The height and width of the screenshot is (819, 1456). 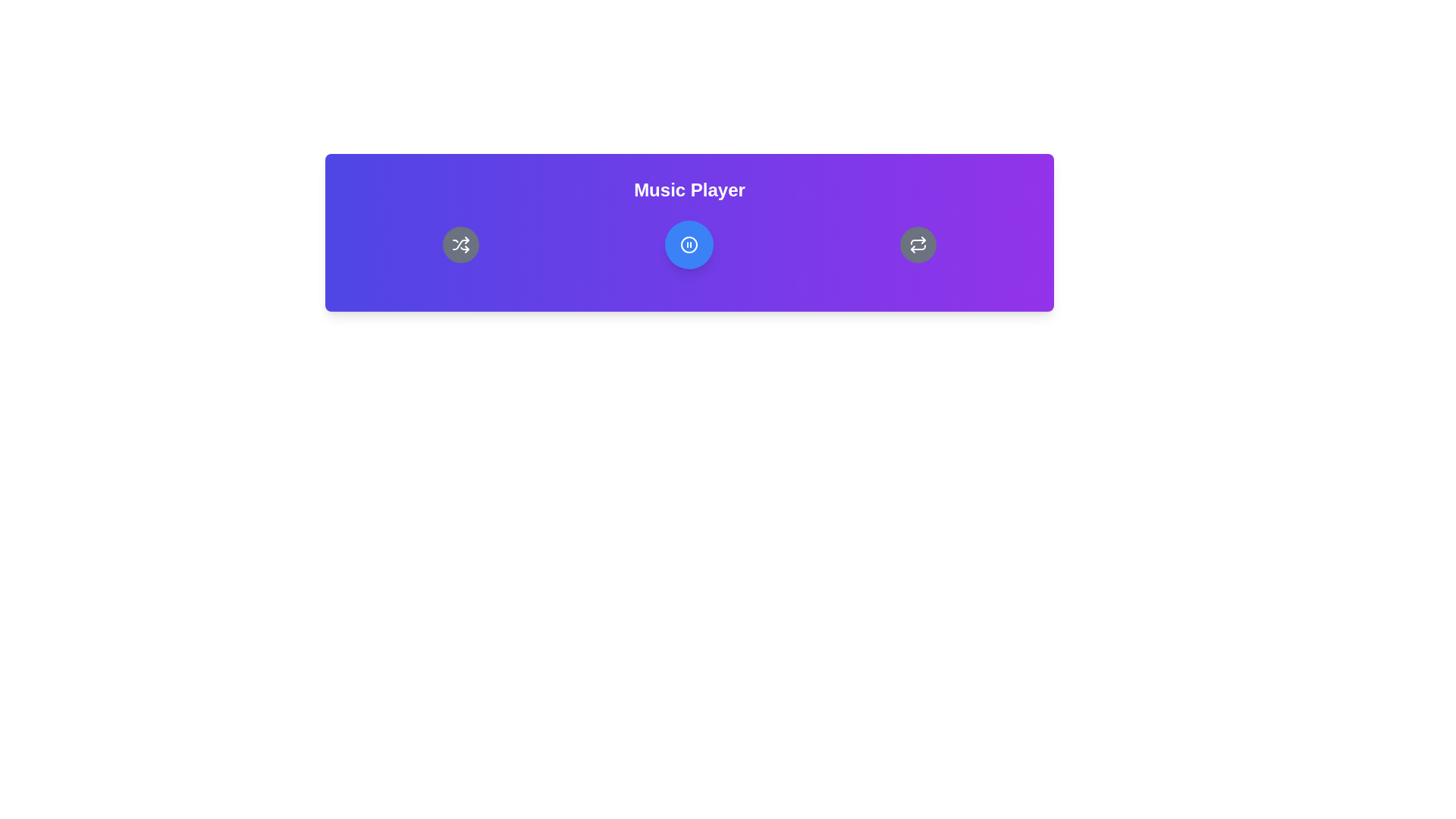 I want to click on the shuffle icon button with a gray background and rounded corners, located at the far right of a row of three buttons, so click(x=460, y=244).